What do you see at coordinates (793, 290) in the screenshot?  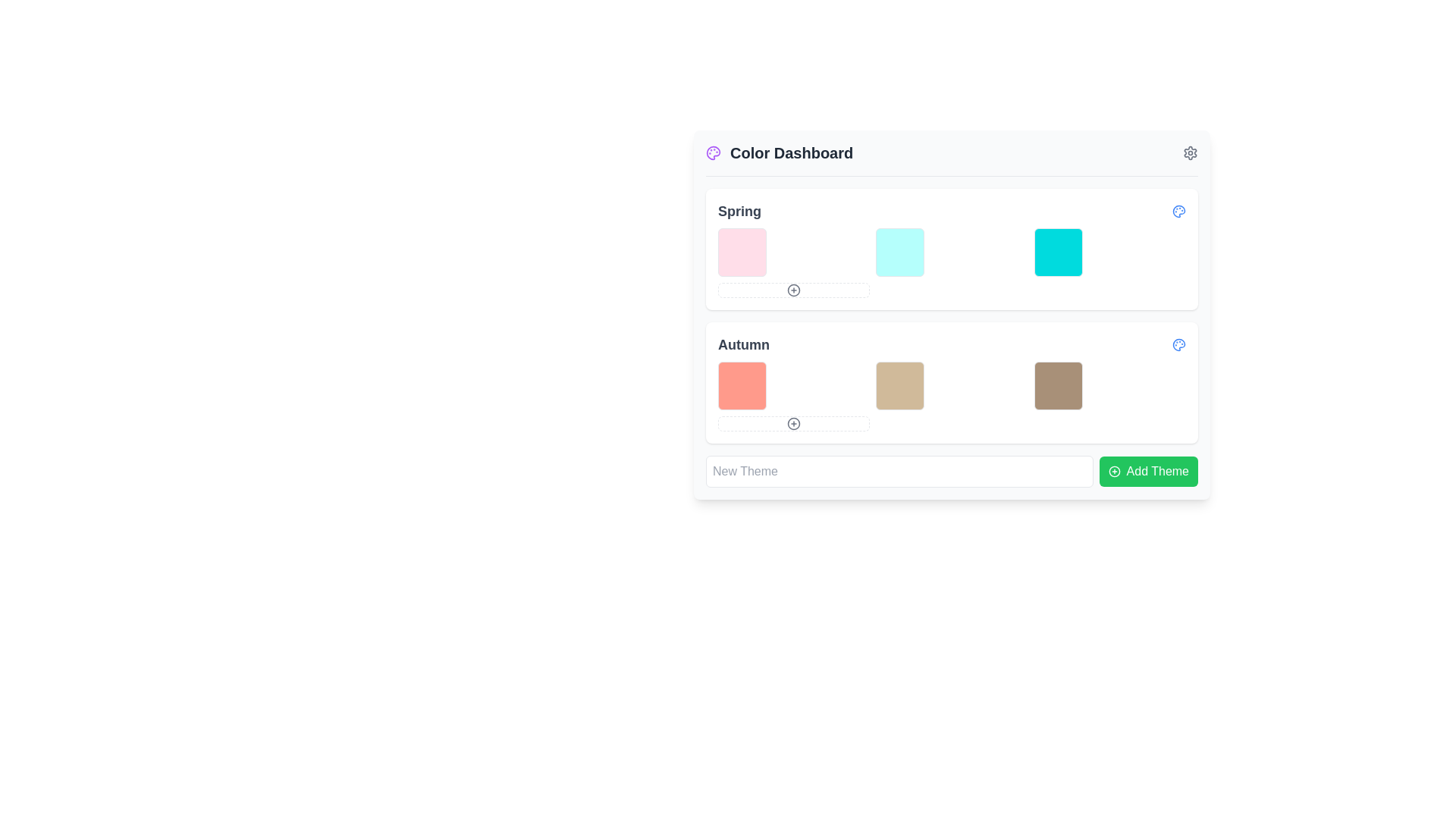 I see `the add-functionality placeholder located in the first row of the grid layout, directly beneath the three color swatches in the 'Spring' category to trigger information display` at bounding box center [793, 290].